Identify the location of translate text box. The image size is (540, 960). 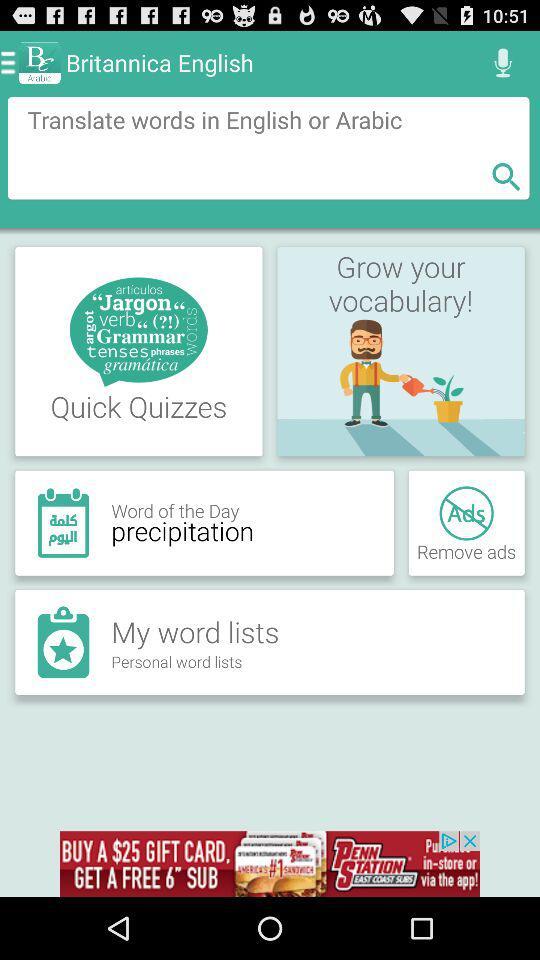
(268, 147).